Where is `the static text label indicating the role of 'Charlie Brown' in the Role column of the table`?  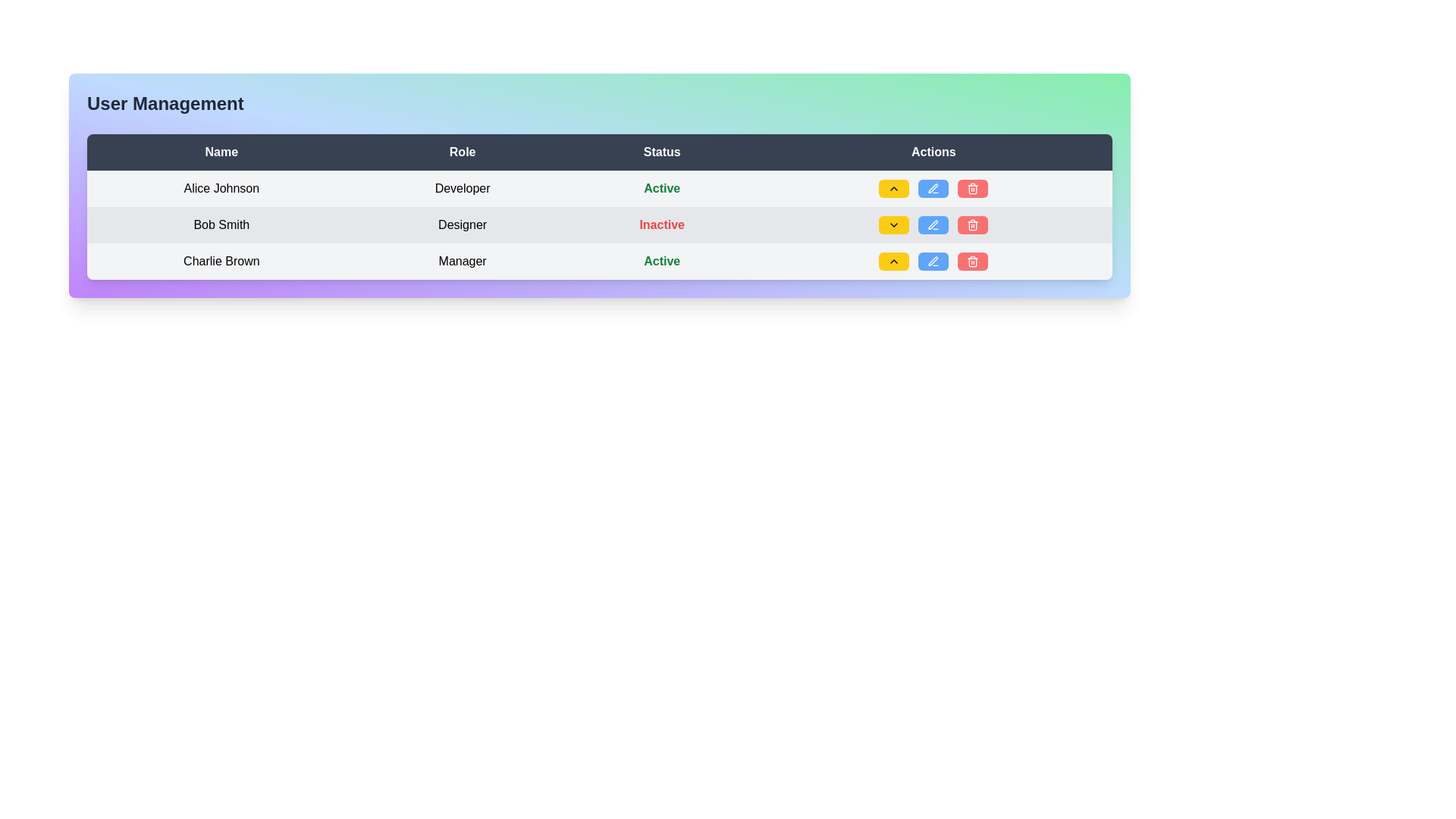
the static text label indicating the role of 'Charlie Brown' in the Role column of the table is located at coordinates (462, 260).